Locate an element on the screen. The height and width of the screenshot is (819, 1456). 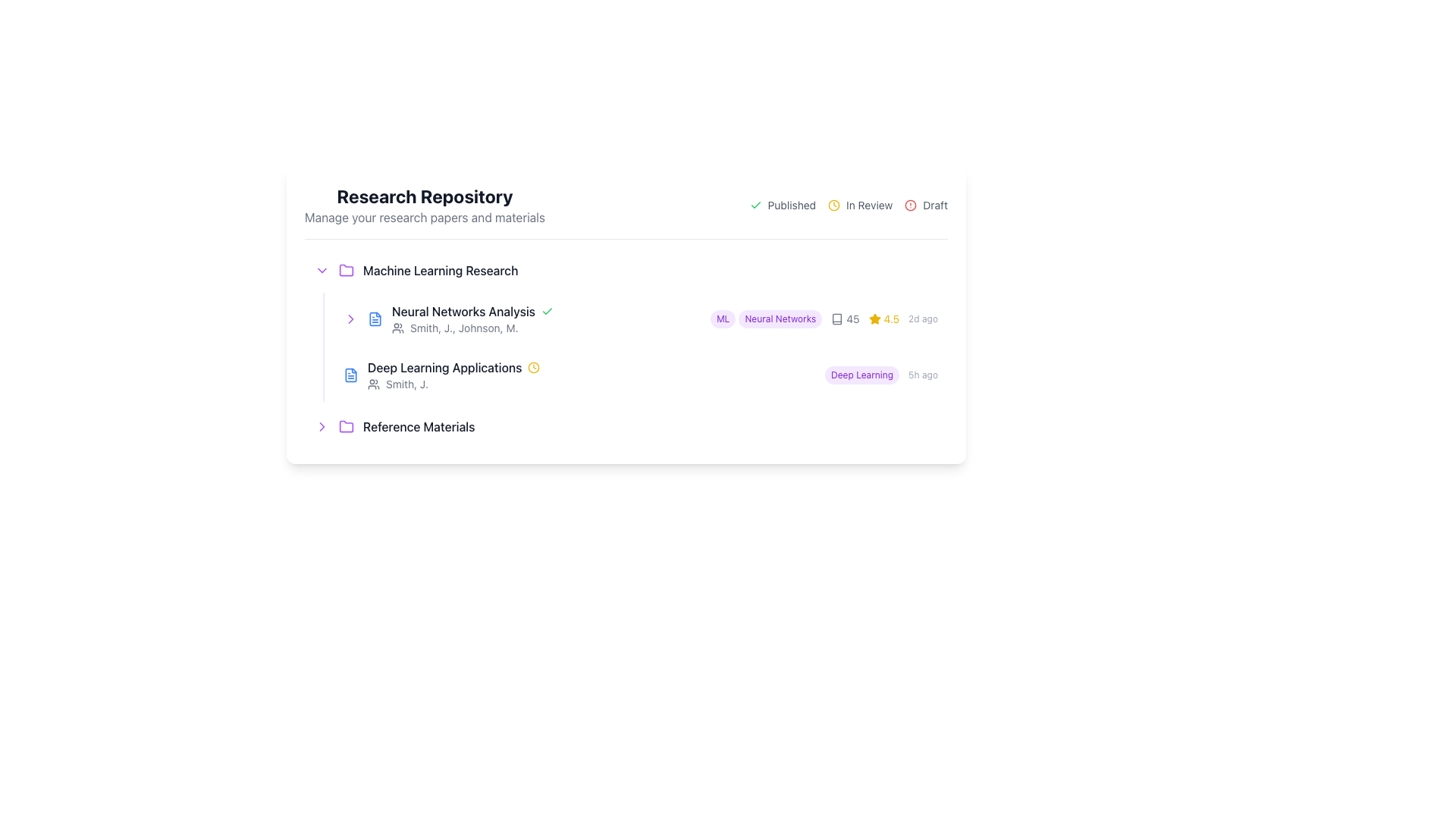
the label displaying 'Neural Networks', which is a small, rounded rectangle with a purple background and text, positioned within the list item adjacent to the 'ML' label is located at coordinates (780, 318).